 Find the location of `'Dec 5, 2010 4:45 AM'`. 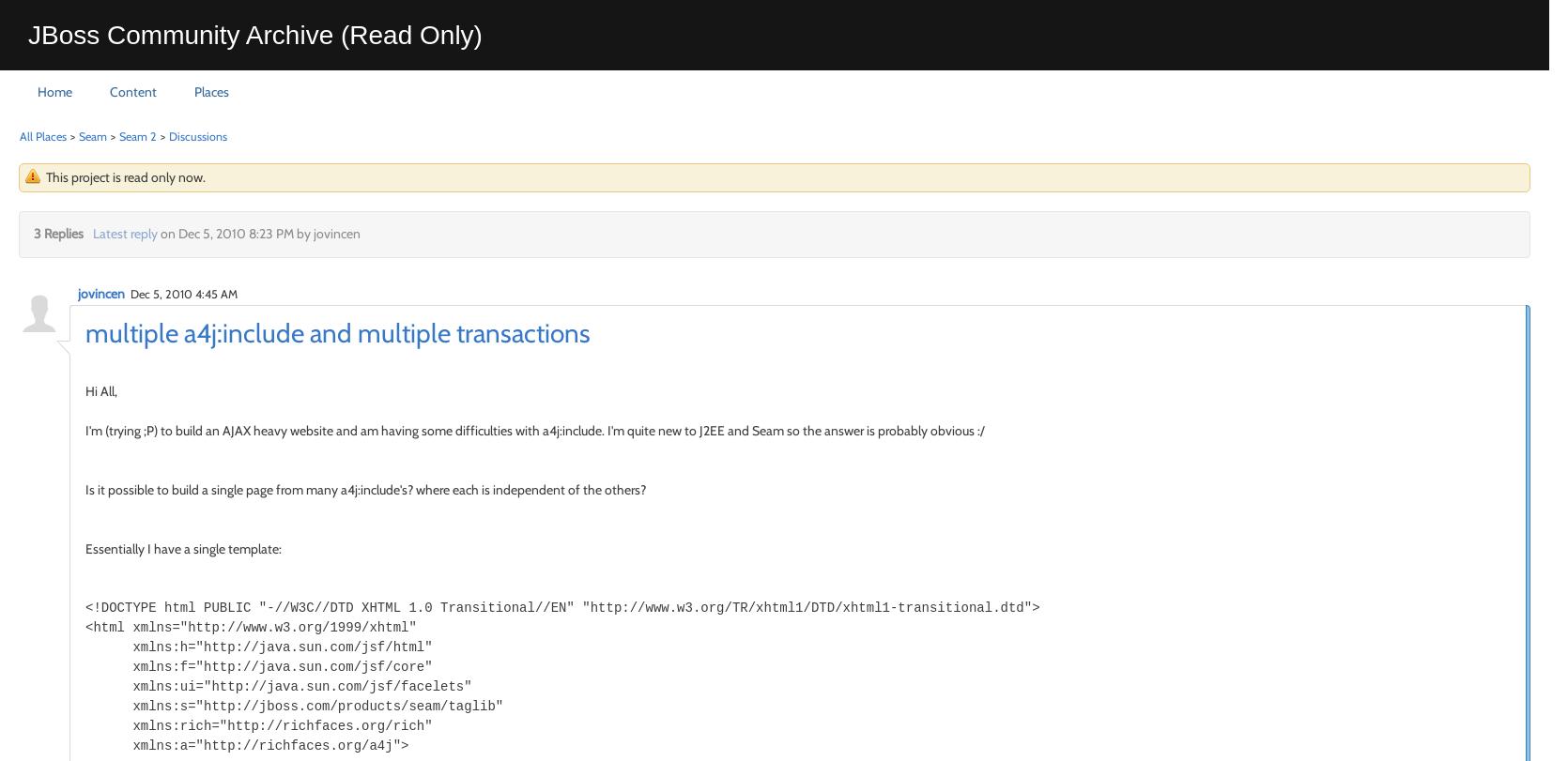

'Dec 5, 2010 4:45 AM' is located at coordinates (182, 293).